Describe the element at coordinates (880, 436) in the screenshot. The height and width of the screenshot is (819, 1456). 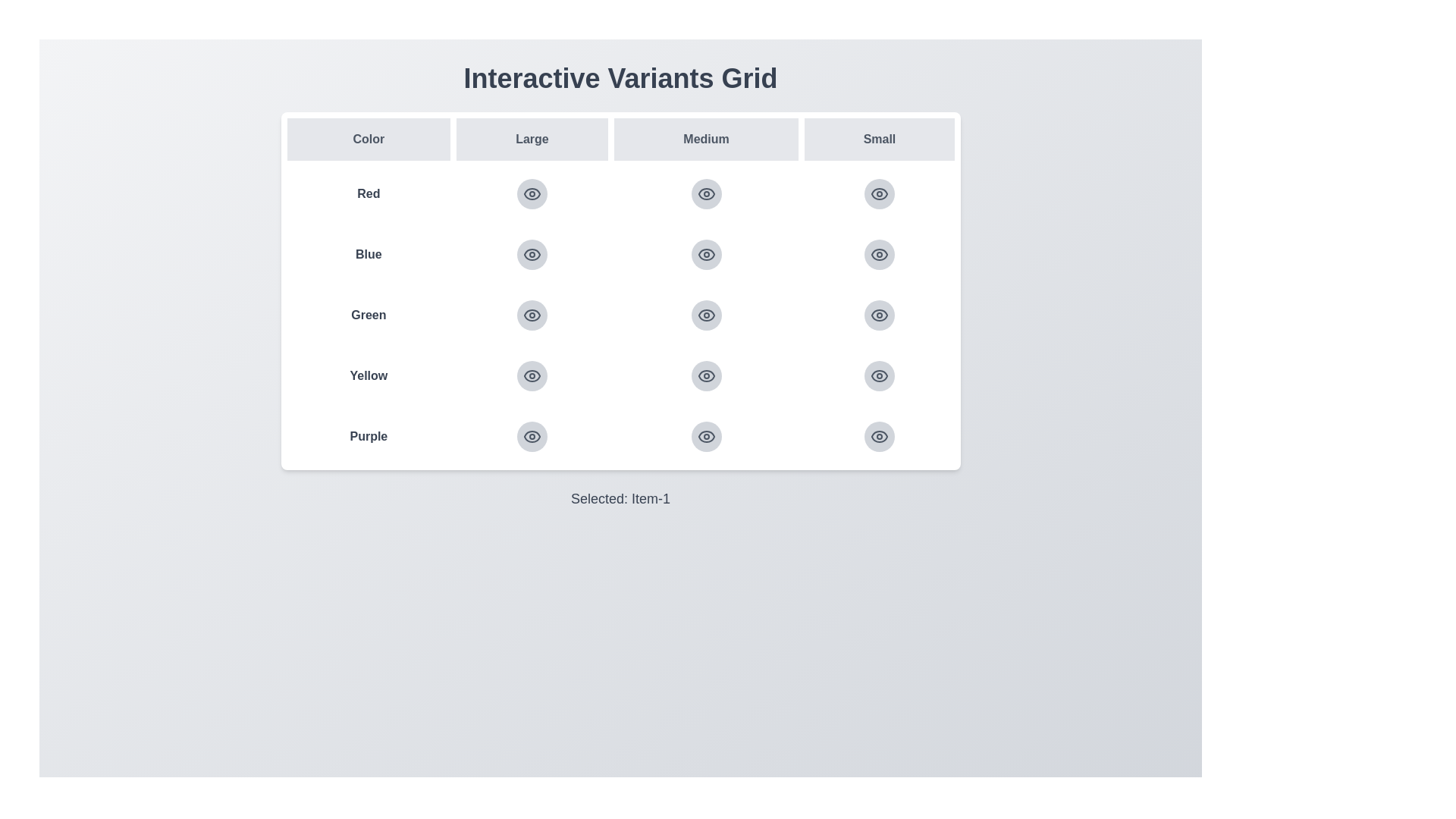
I see `the eye icon SVG graphic, which is styled with a gray outline and located in the last row under the 'Small' column of the table-like UI component` at that location.